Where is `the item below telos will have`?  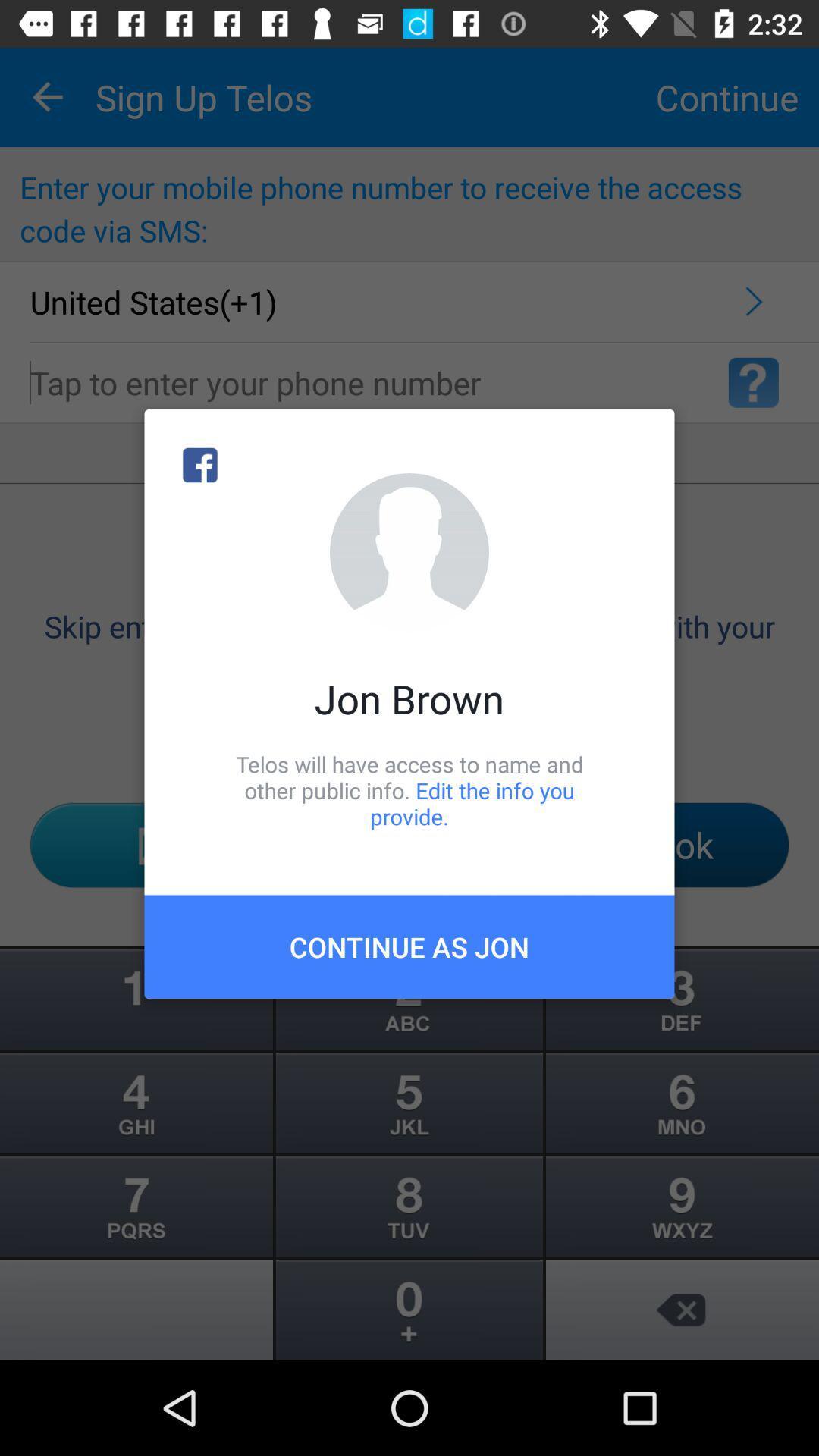
the item below telos will have is located at coordinates (409, 946).